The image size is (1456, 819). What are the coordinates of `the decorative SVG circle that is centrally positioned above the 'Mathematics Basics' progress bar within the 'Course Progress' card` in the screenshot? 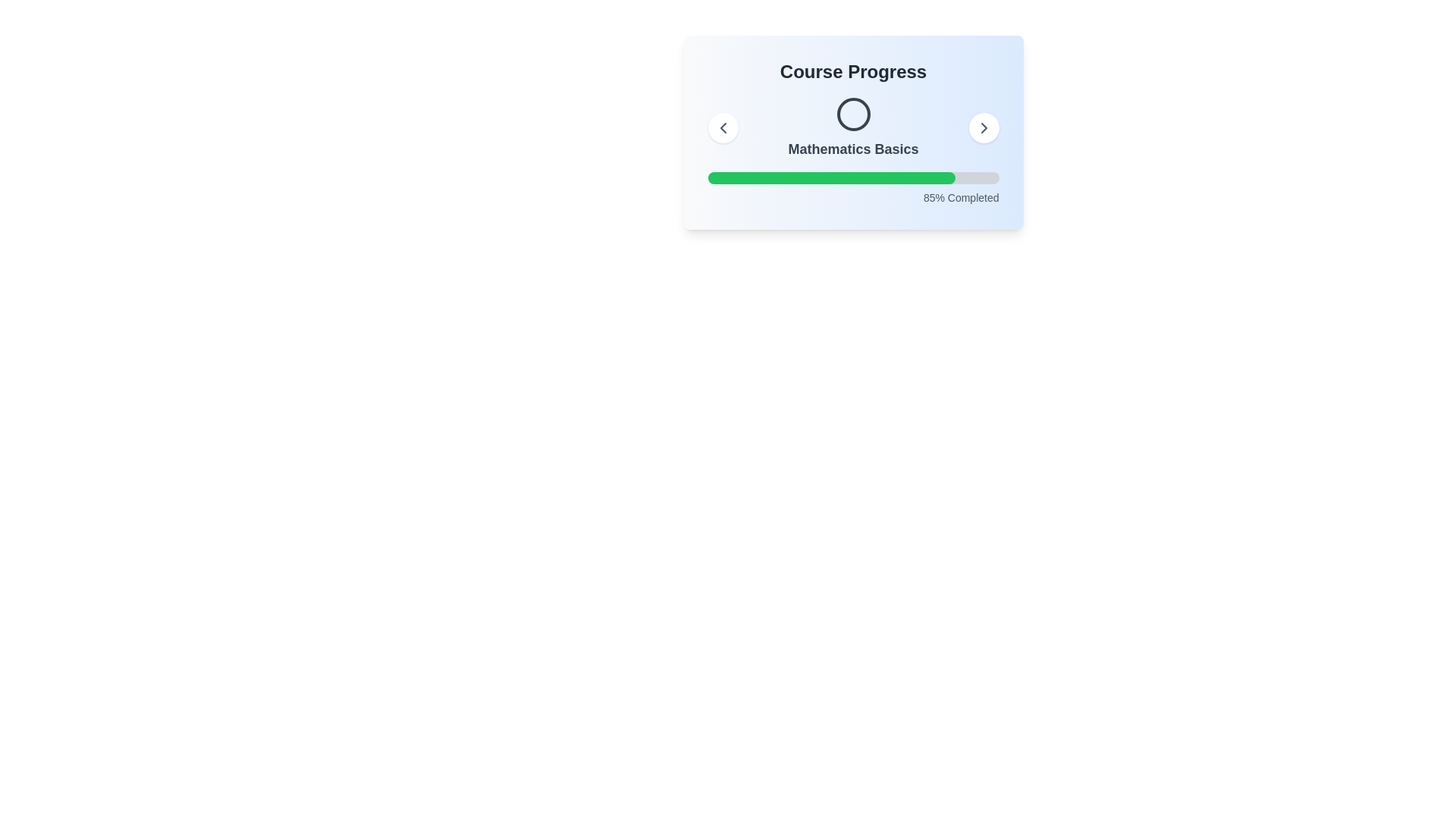 It's located at (853, 113).